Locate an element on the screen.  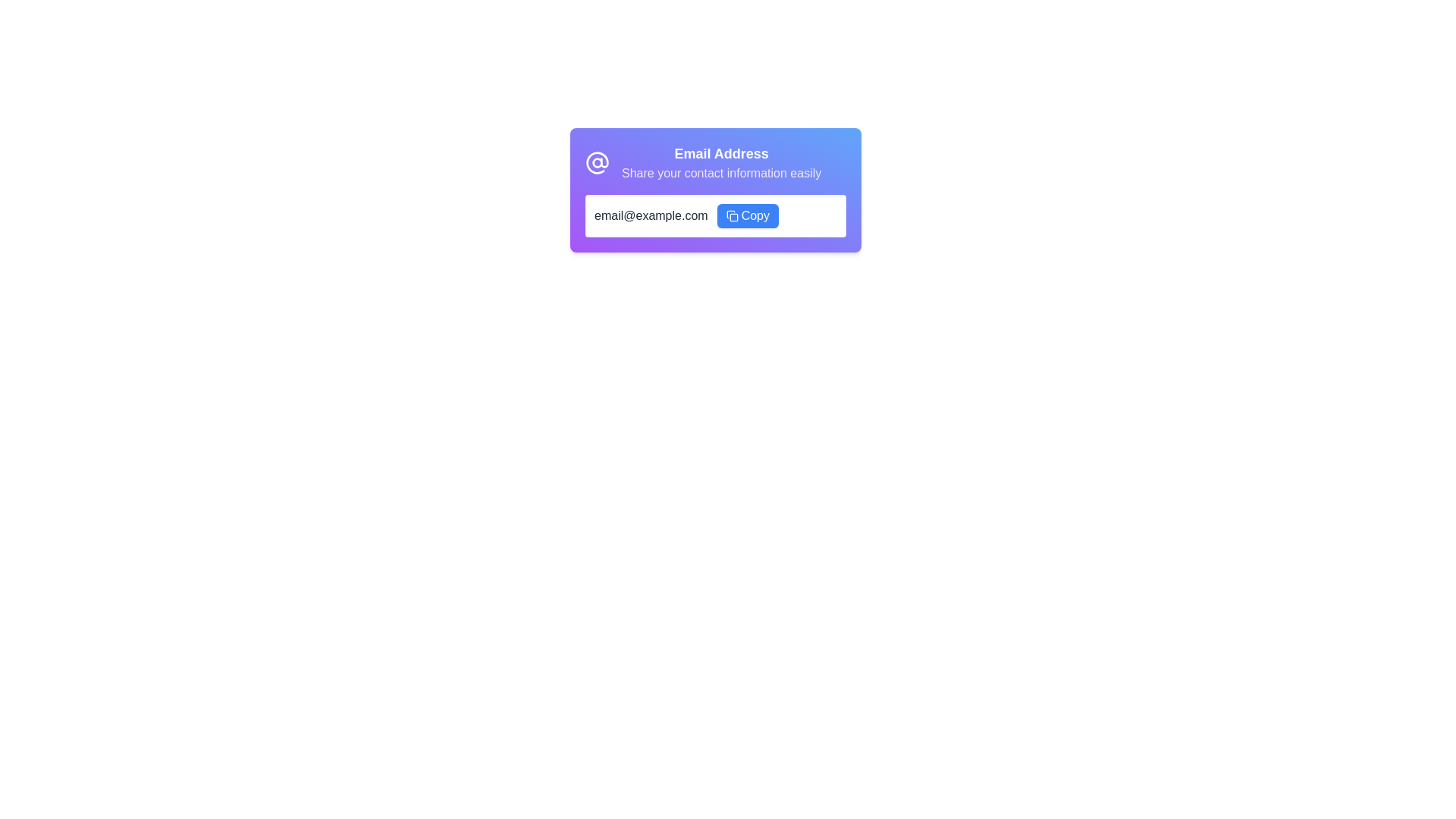
the small rounded rectangle icon that is part of the 'Copy' button, which is positioned to the right of a text input field is located at coordinates (733, 217).